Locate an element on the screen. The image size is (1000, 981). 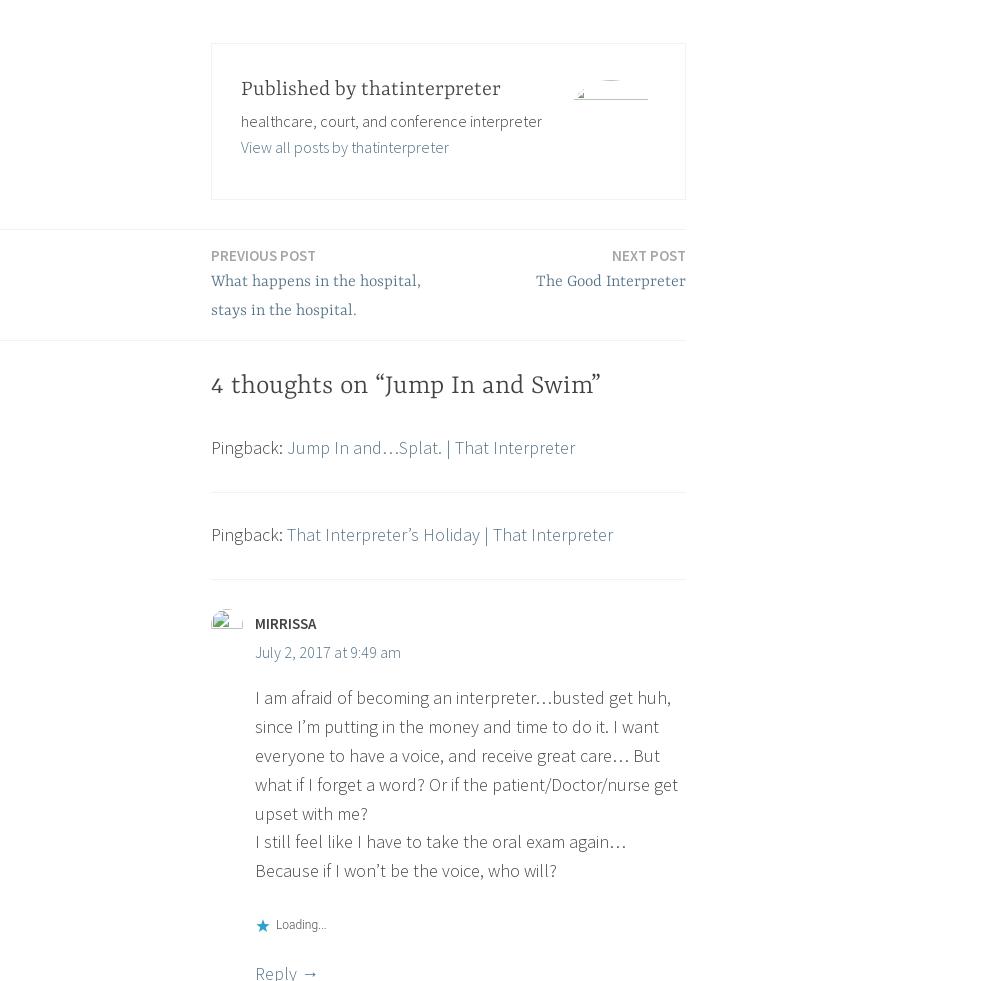
'Jump In and…Splat. | That Interpreter' is located at coordinates (431, 446).